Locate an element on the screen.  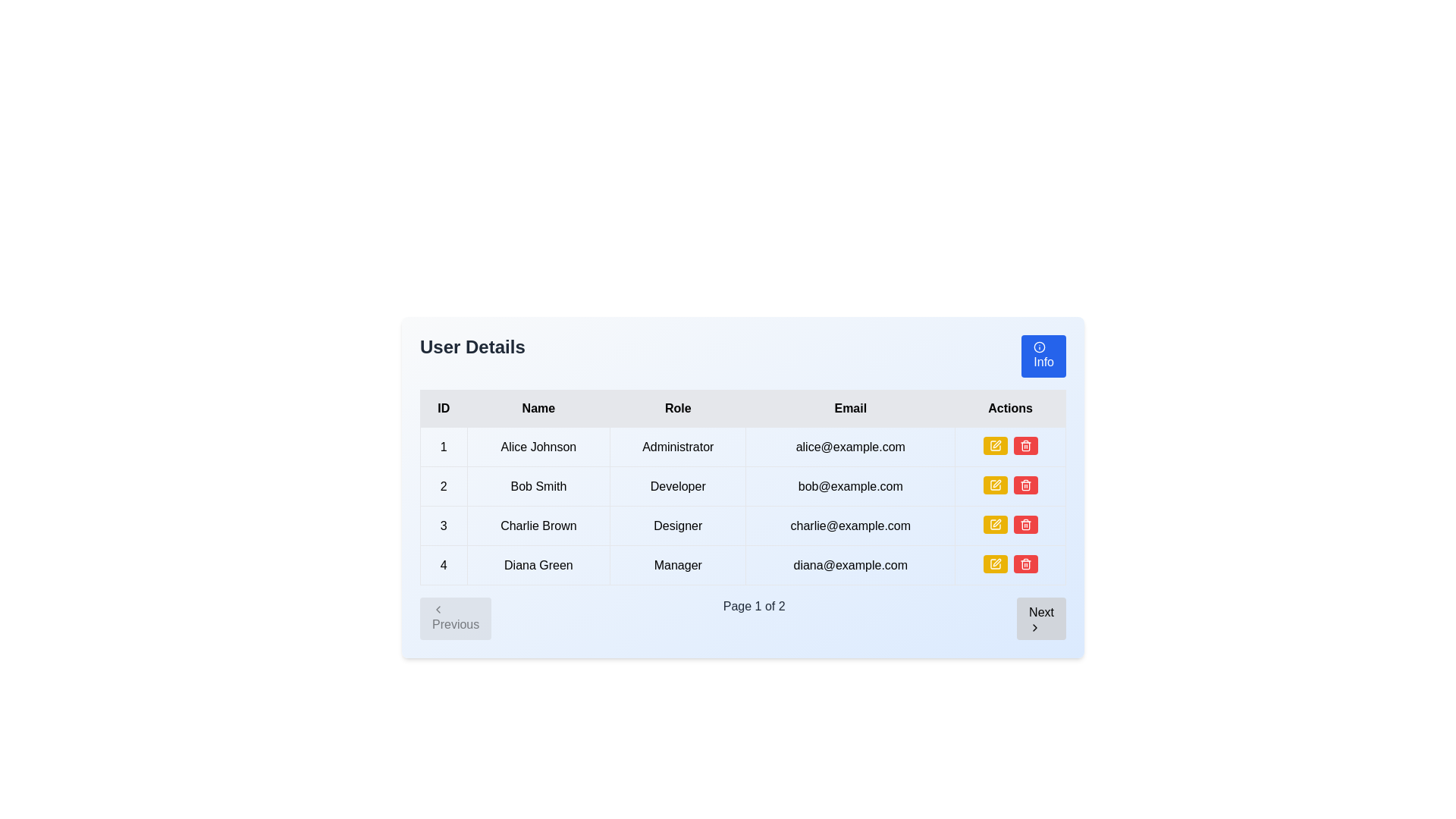
the entire row containing the numerical value '3' in the ID column of the data table for related actions is located at coordinates (443, 525).